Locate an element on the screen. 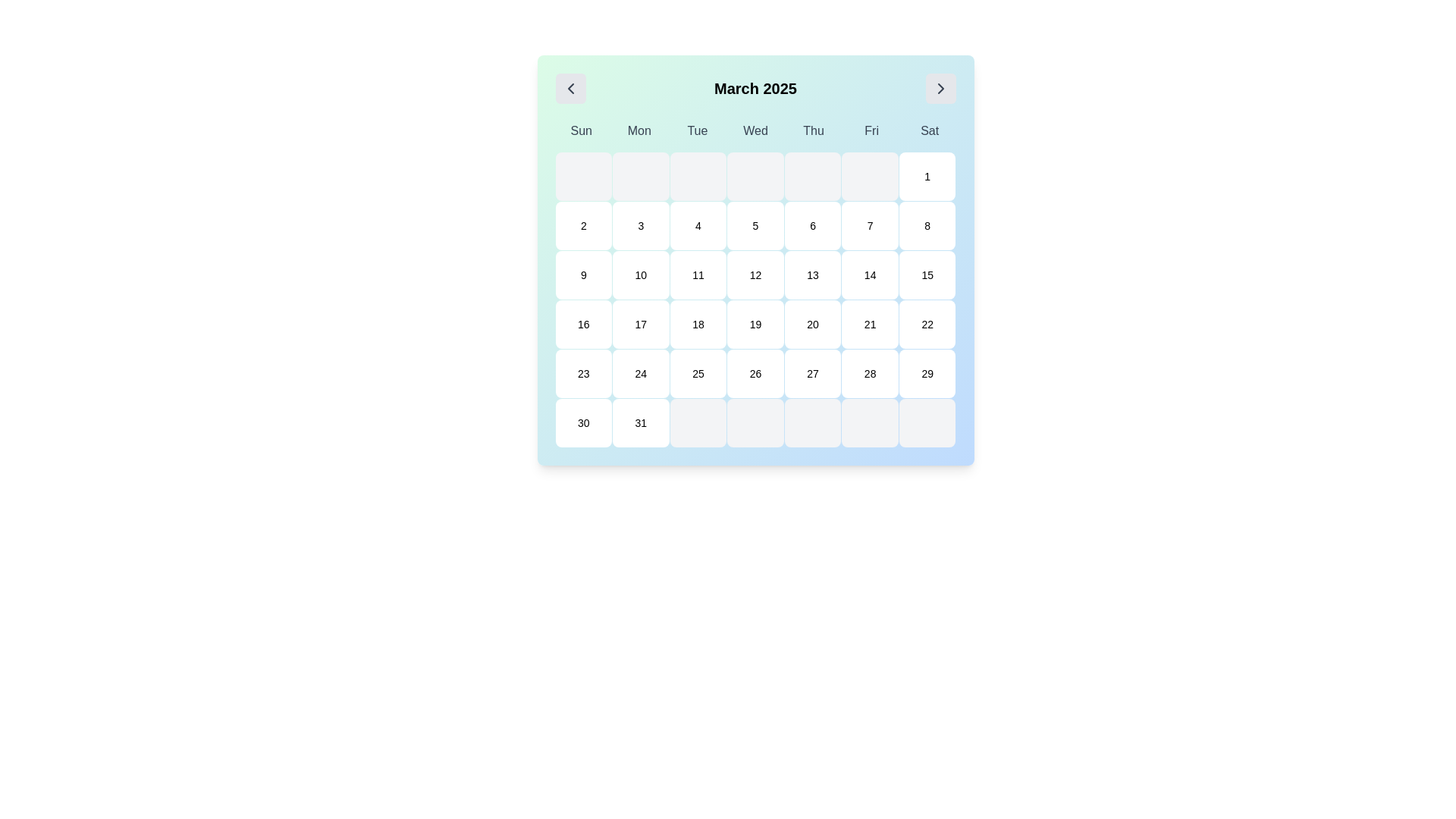 The image size is (1456, 819). the button representing the fifth day of March 2025 in the calendar interface is located at coordinates (755, 225).